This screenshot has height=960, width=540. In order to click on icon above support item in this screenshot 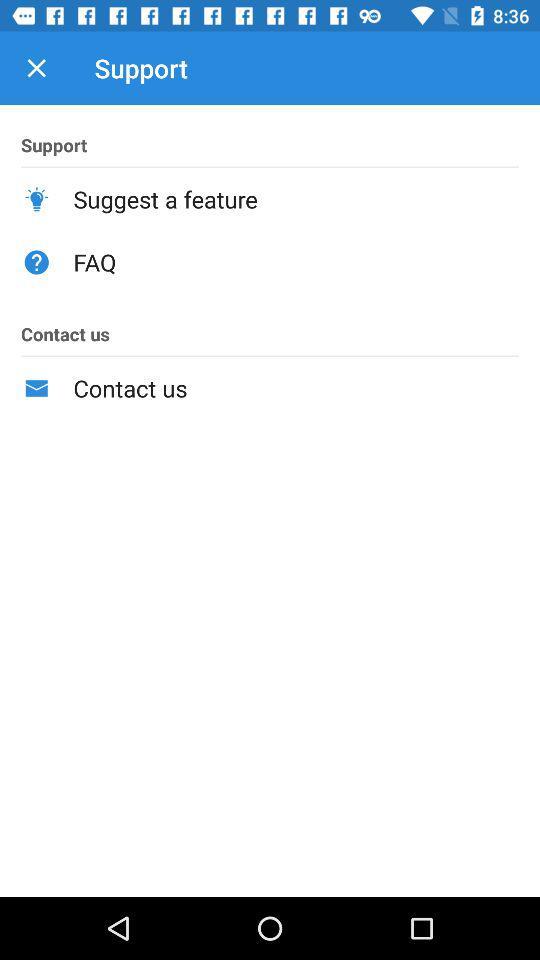, I will do `click(36, 68)`.